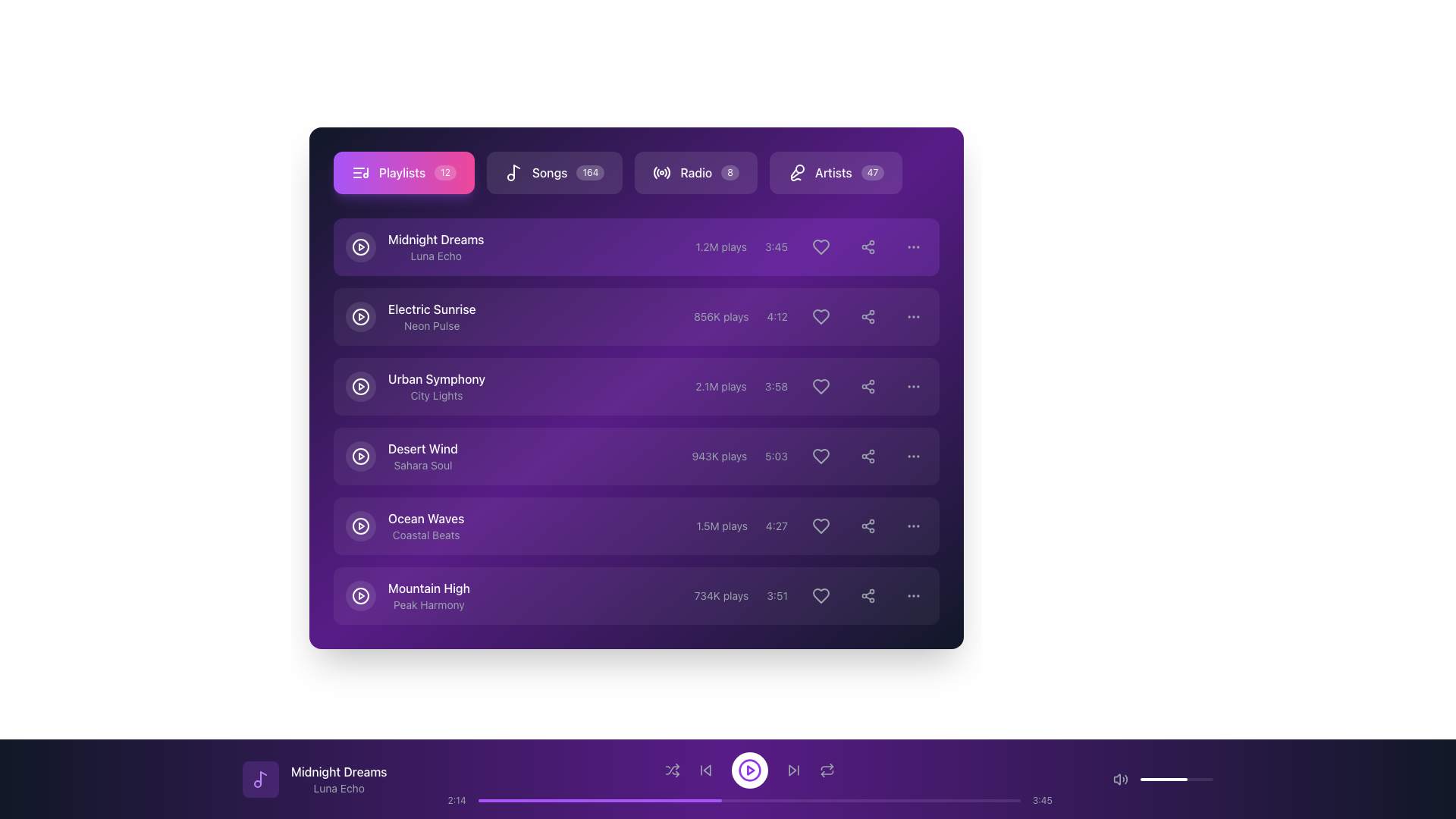  I want to click on the outlined heart-shaped icon button located in the third row of the item list to favorite the item, so click(821, 385).